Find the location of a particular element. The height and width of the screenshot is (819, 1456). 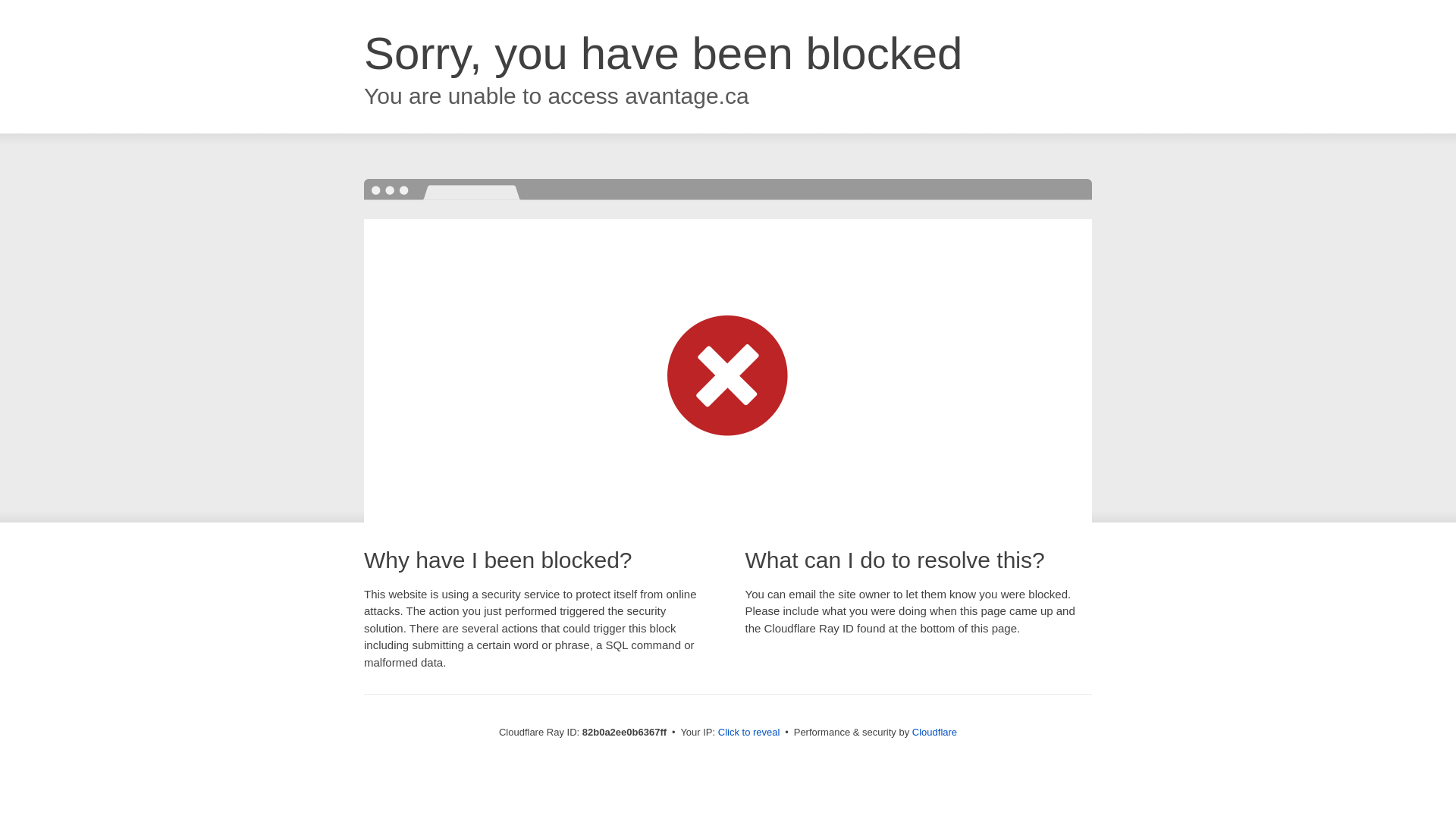

'Click to reveal' is located at coordinates (749, 731).